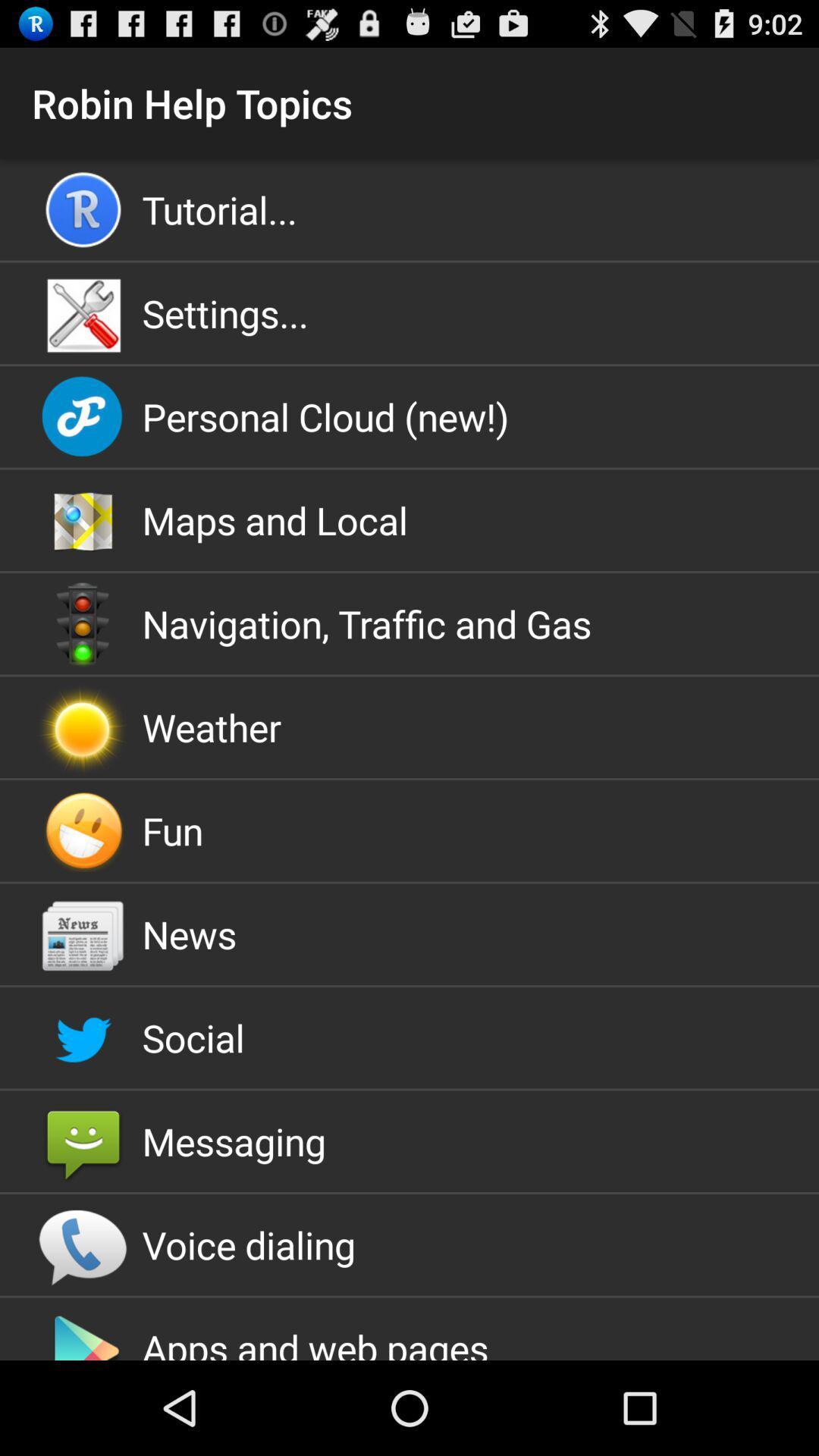  What do you see at coordinates (409, 623) in the screenshot?
I see `app above  weather` at bounding box center [409, 623].